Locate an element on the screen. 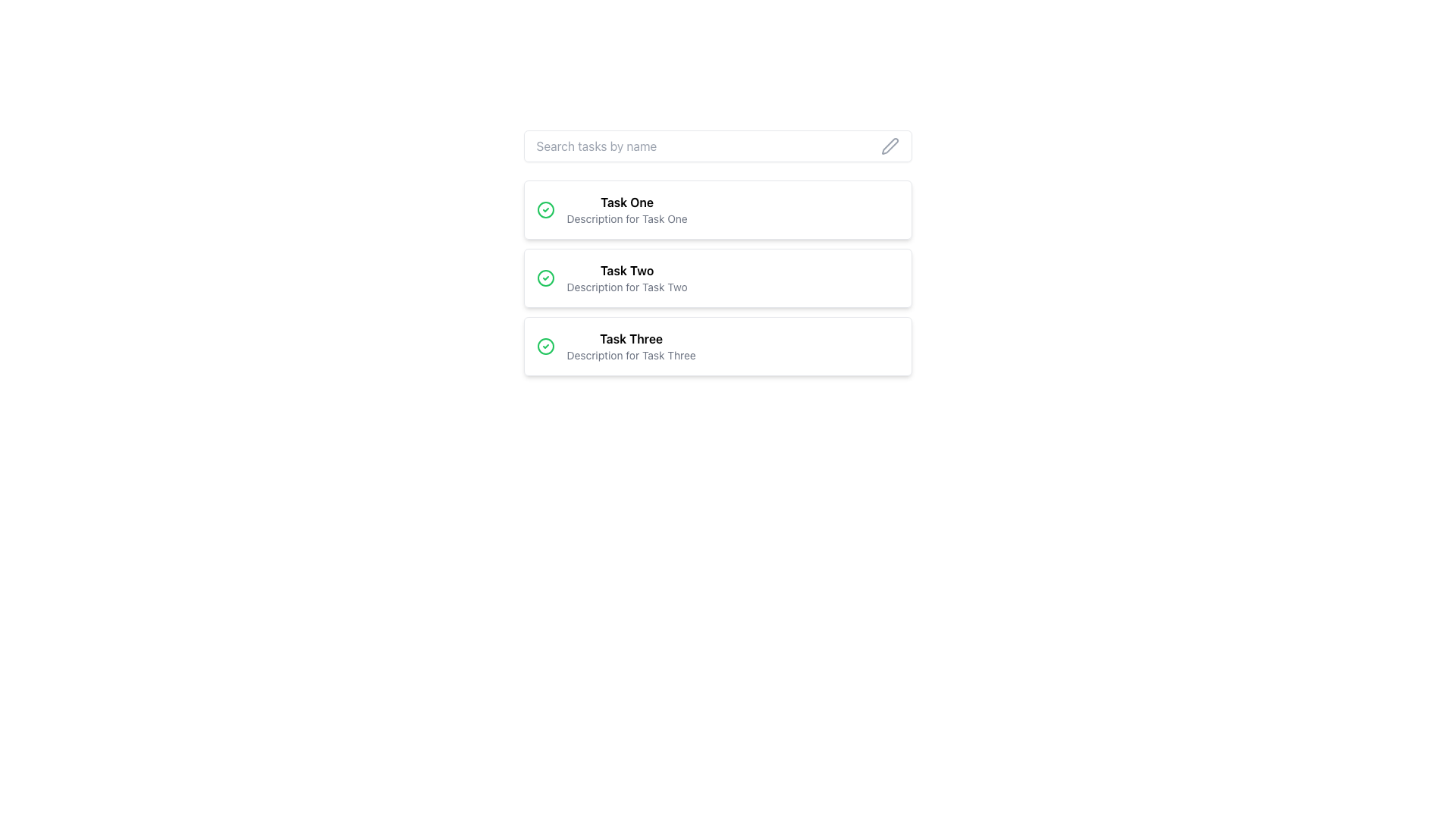  the pen-shaped icon button located at the far right end of the search input bar, which is styled in light gray and associated with editing actions is located at coordinates (890, 146).